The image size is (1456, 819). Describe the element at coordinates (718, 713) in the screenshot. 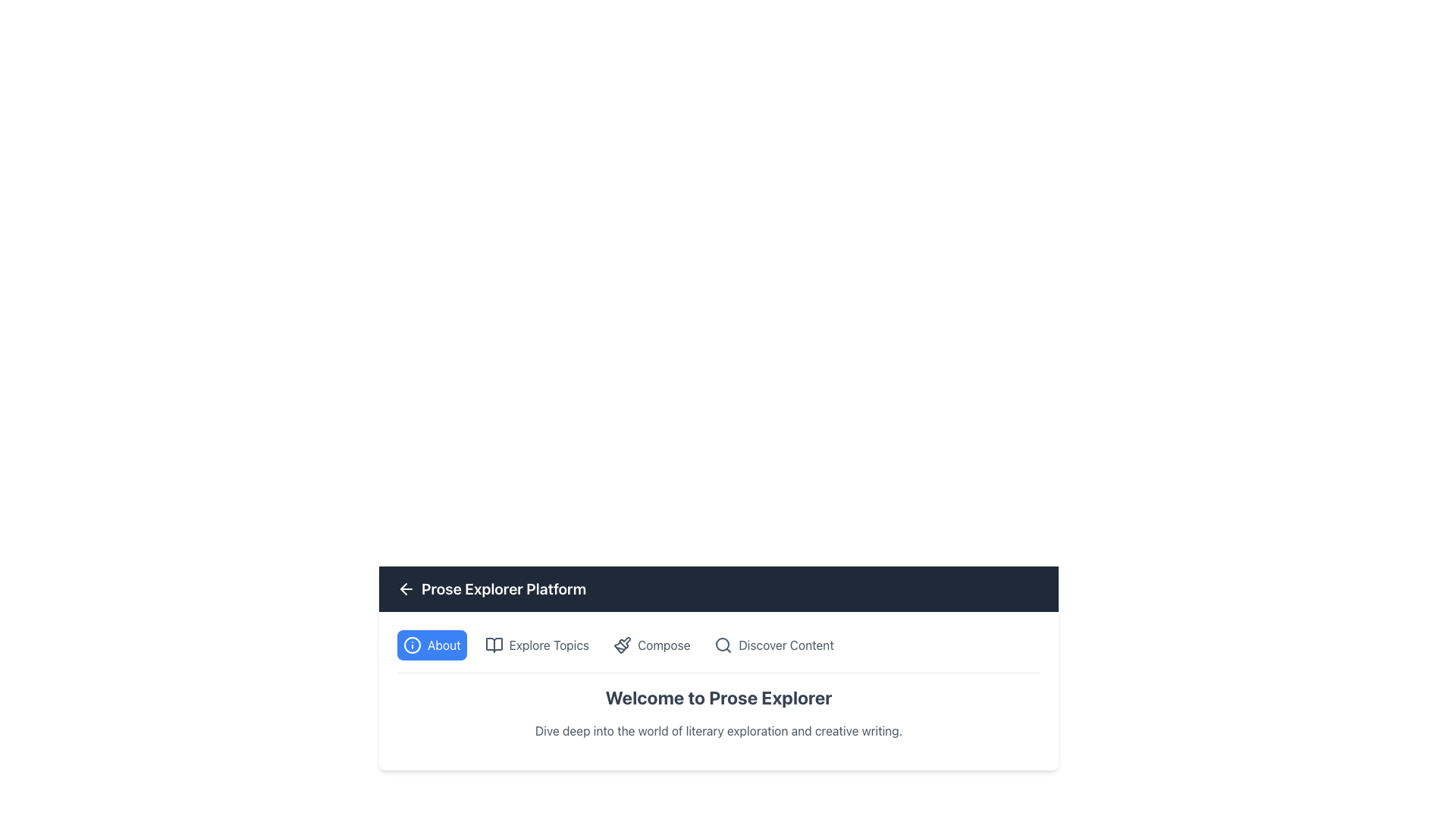

I see `the text label displaying 'Welcome to Prose Explorer', which is centrally located beneath the navigation bar and above the content area` at that location.